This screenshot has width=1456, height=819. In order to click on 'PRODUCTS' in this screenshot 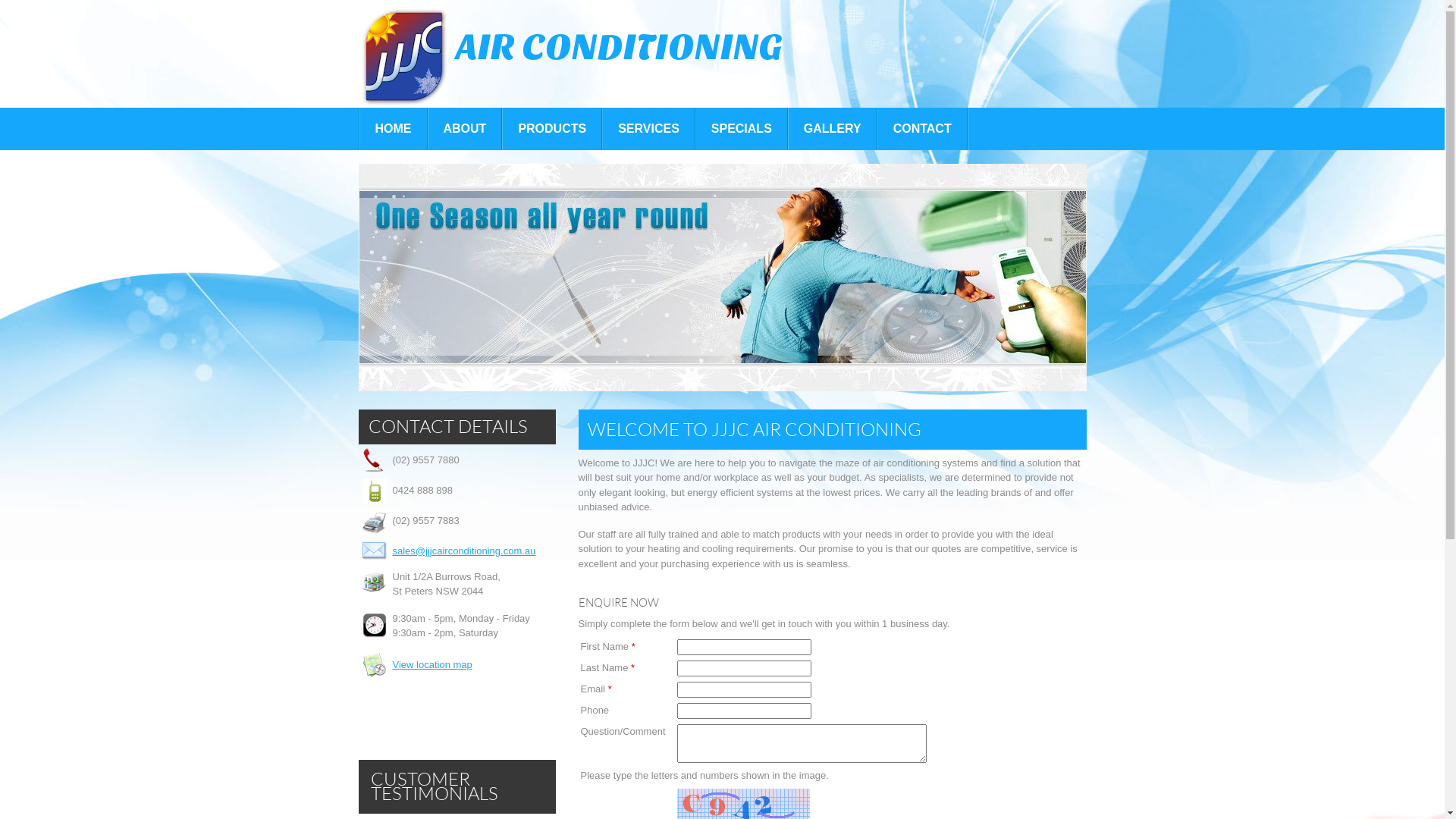, I will do `click(502, 127)`.